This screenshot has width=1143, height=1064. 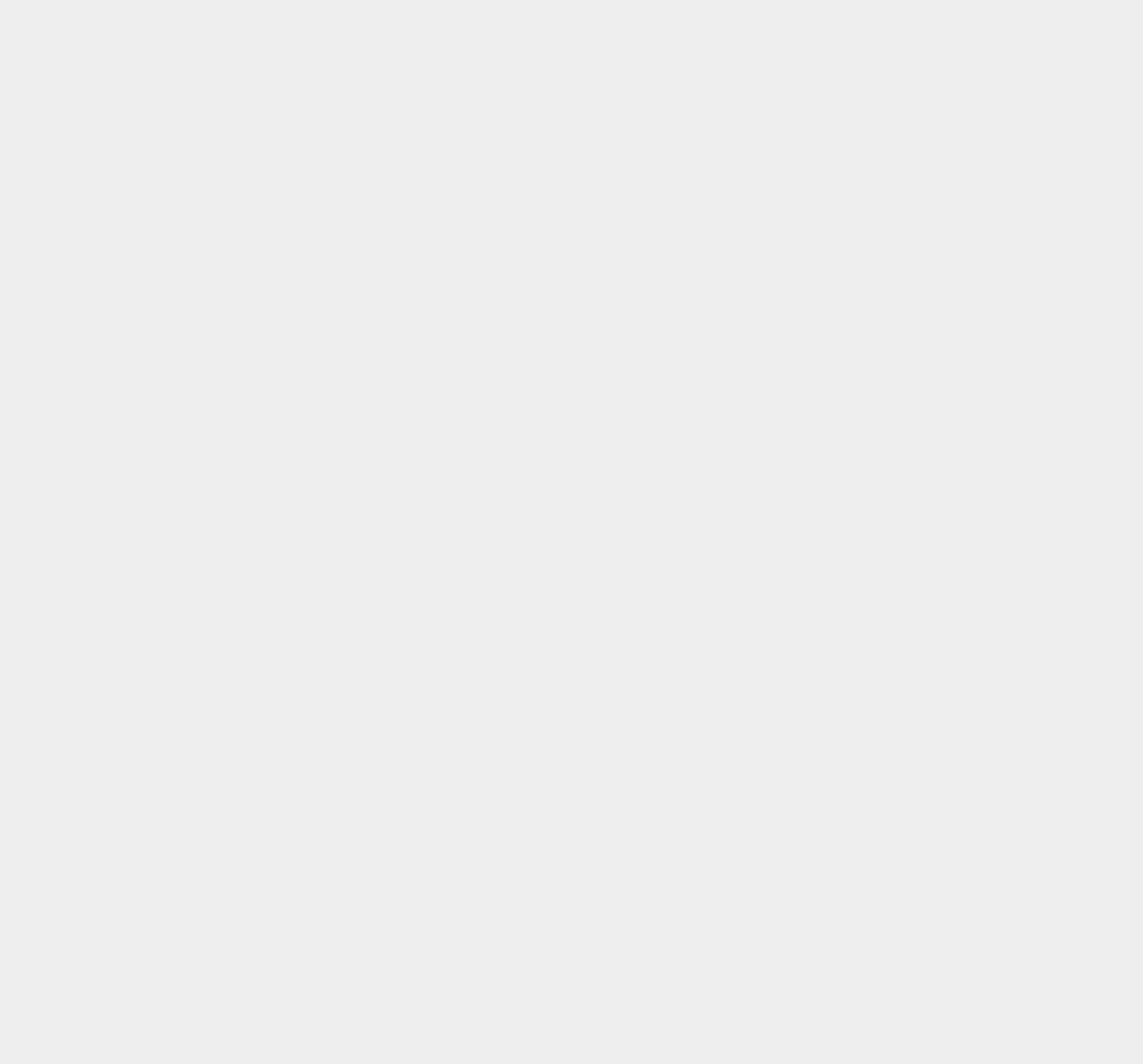 I want to click on 'iOS 9.0.2', so click(x=834, y=860).